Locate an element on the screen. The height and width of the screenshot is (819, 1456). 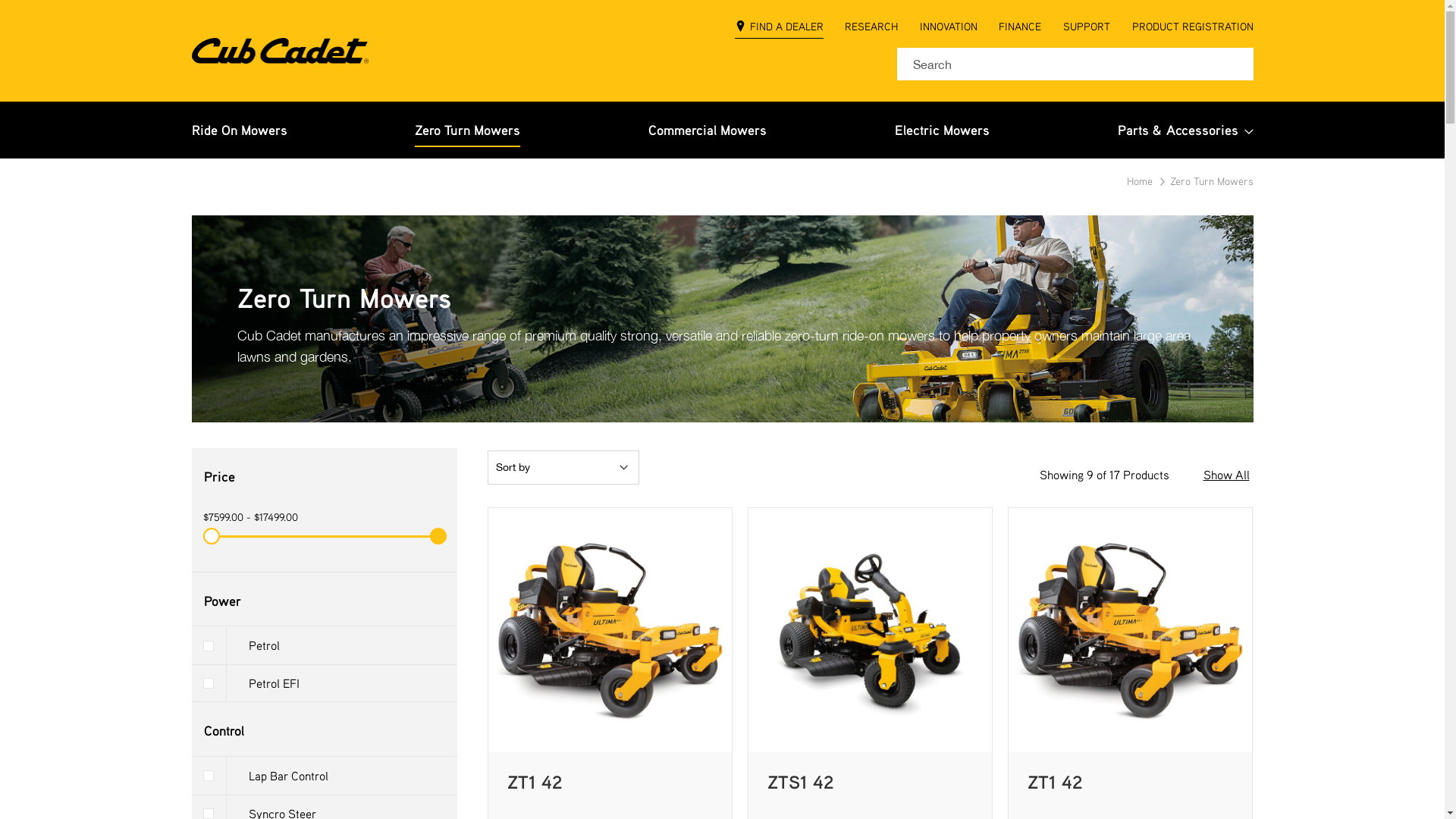
'Commercial Mowers' is located at coordinates (706, 129).